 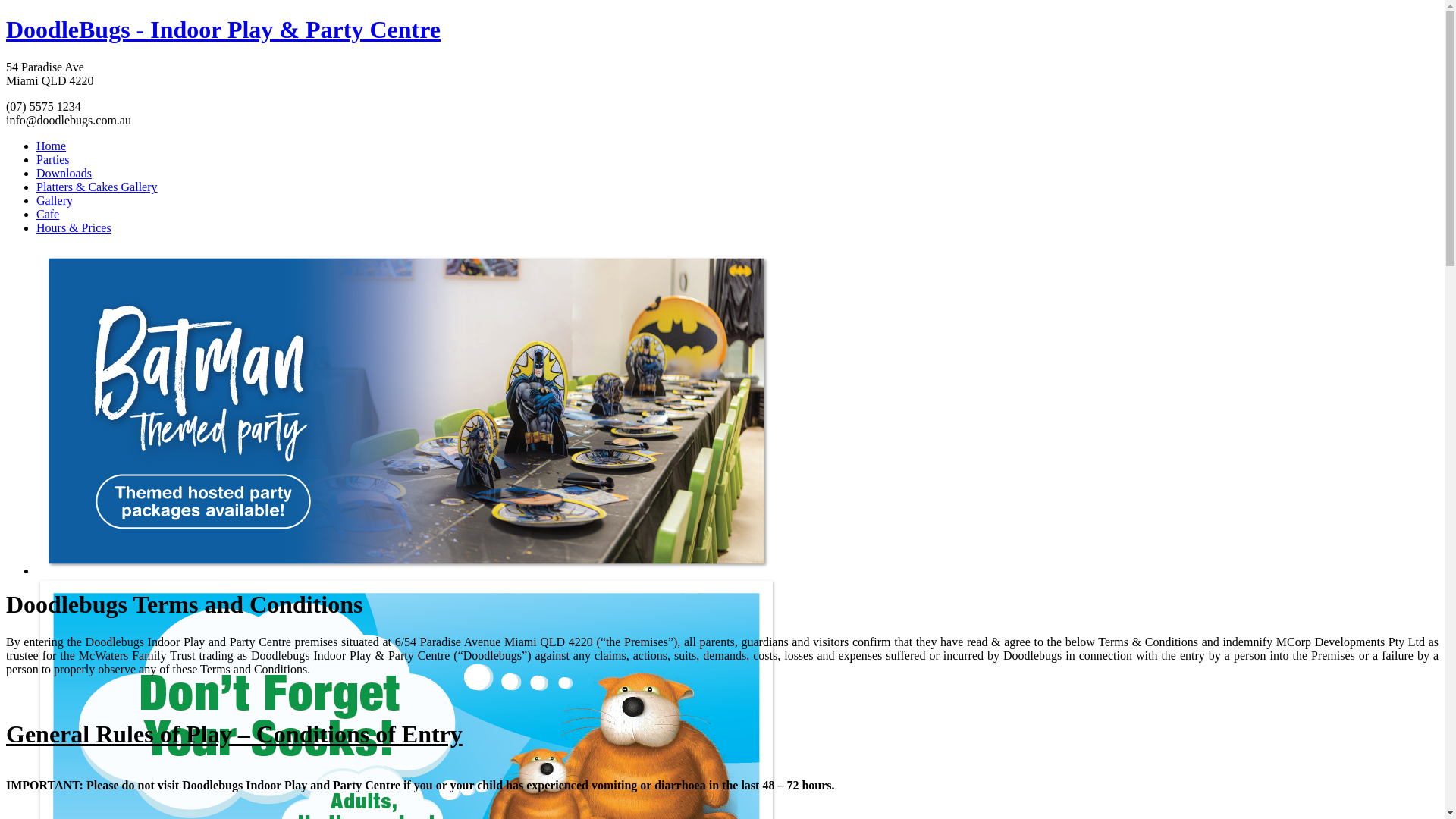 What do you see at coordinates (55, 199) in the screenshot?
I see `'Gallery'` at bounding box center [55, 199].